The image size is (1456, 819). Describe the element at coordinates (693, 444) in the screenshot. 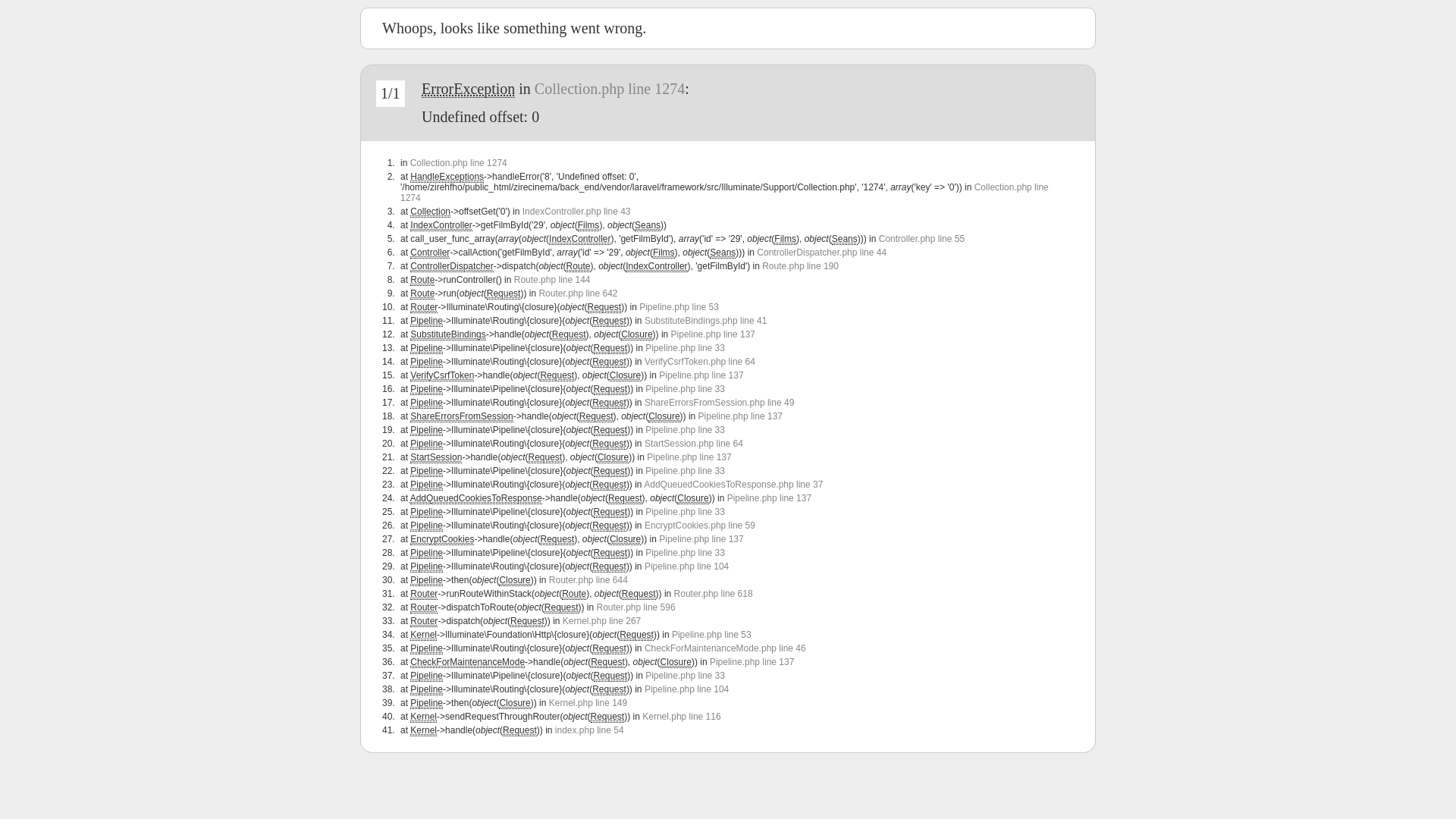

I see `'StartSession.php line 64'` at that location.